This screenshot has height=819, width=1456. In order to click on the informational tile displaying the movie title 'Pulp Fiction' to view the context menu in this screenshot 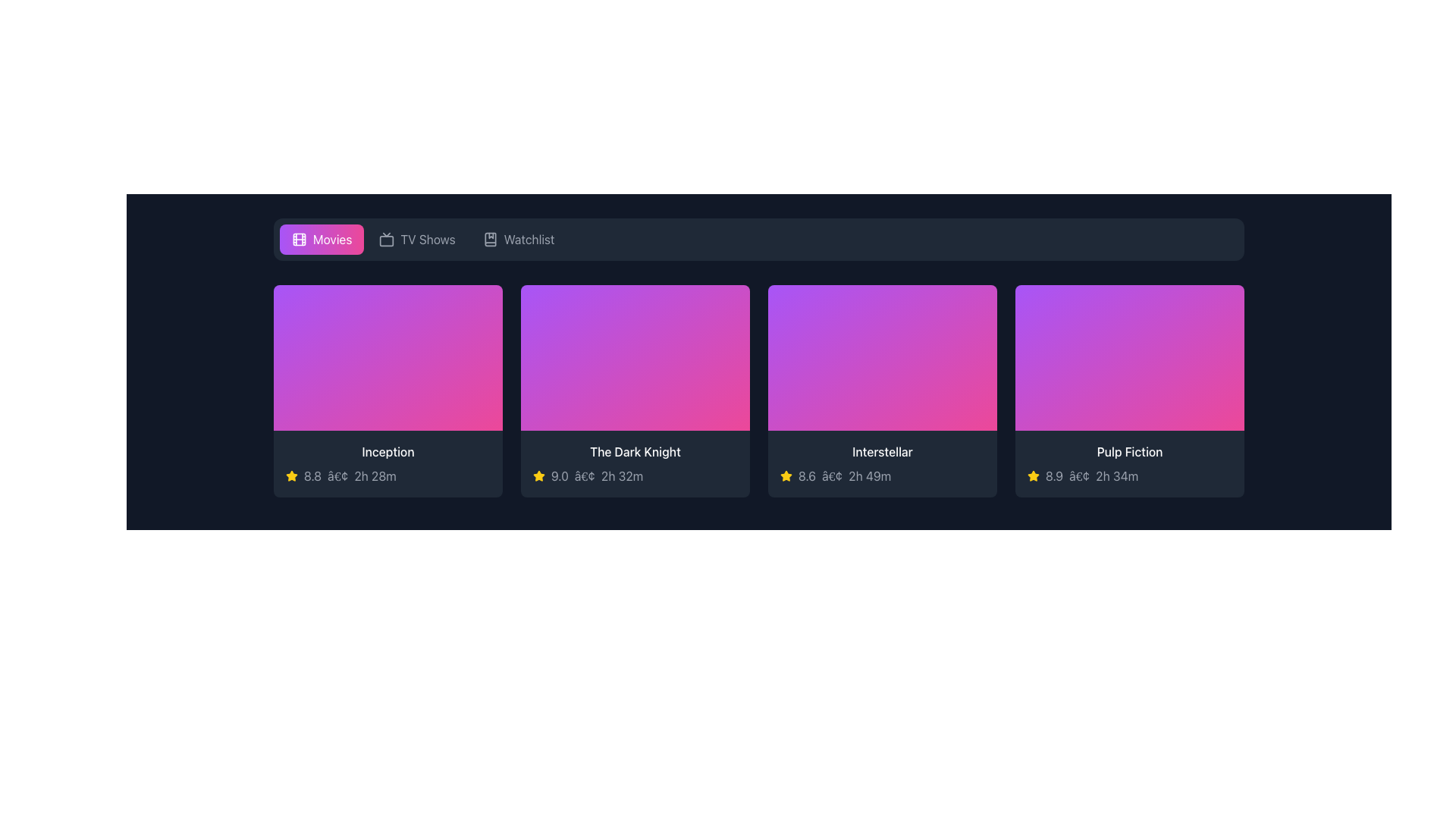, I will do `click(1129, 463)`.